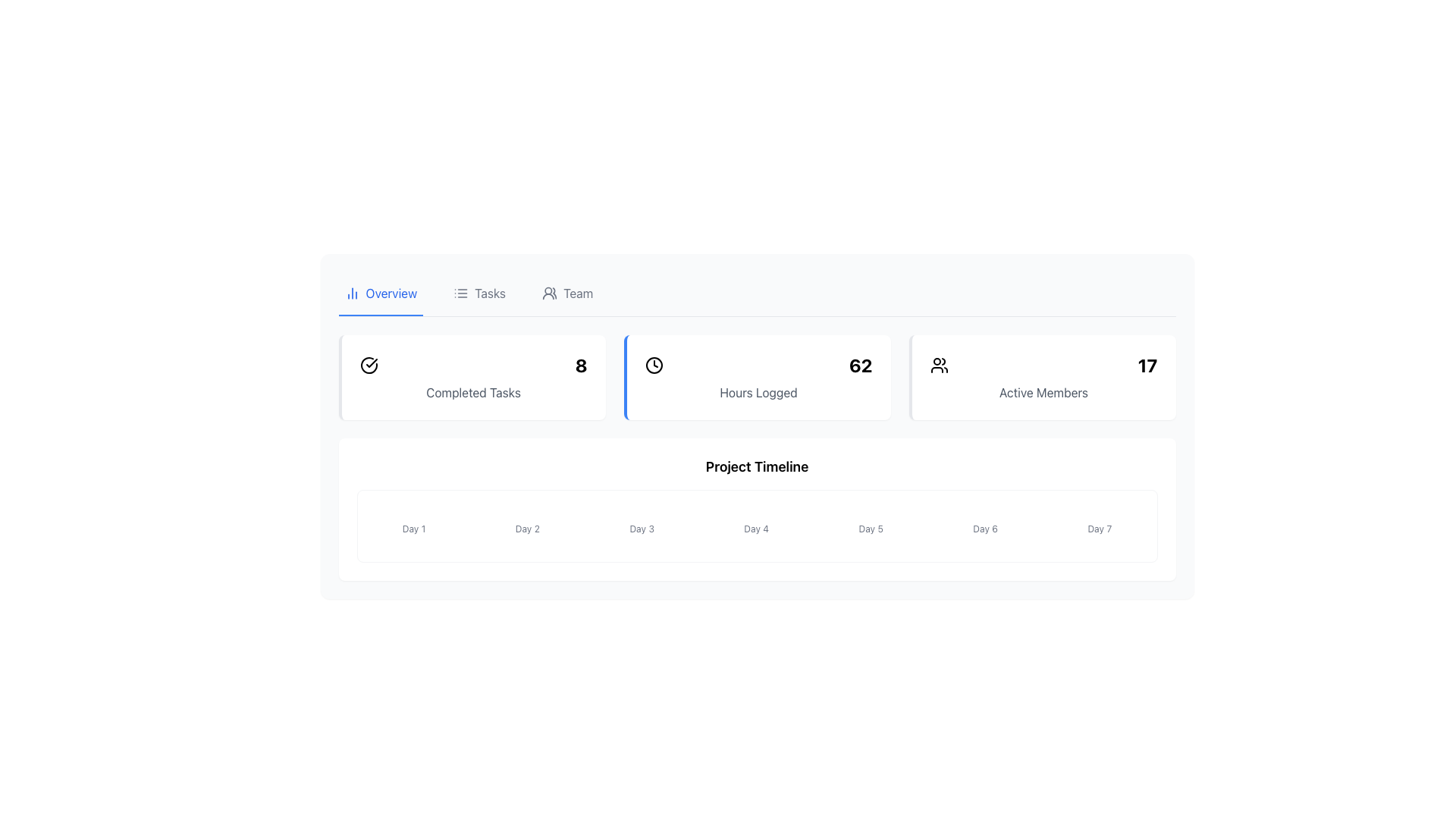 The image size is (1456, 819). I want to click on the 'Day 1' label in the timeline, which serves as a visual indicator for the specific day, so click(414, 526).